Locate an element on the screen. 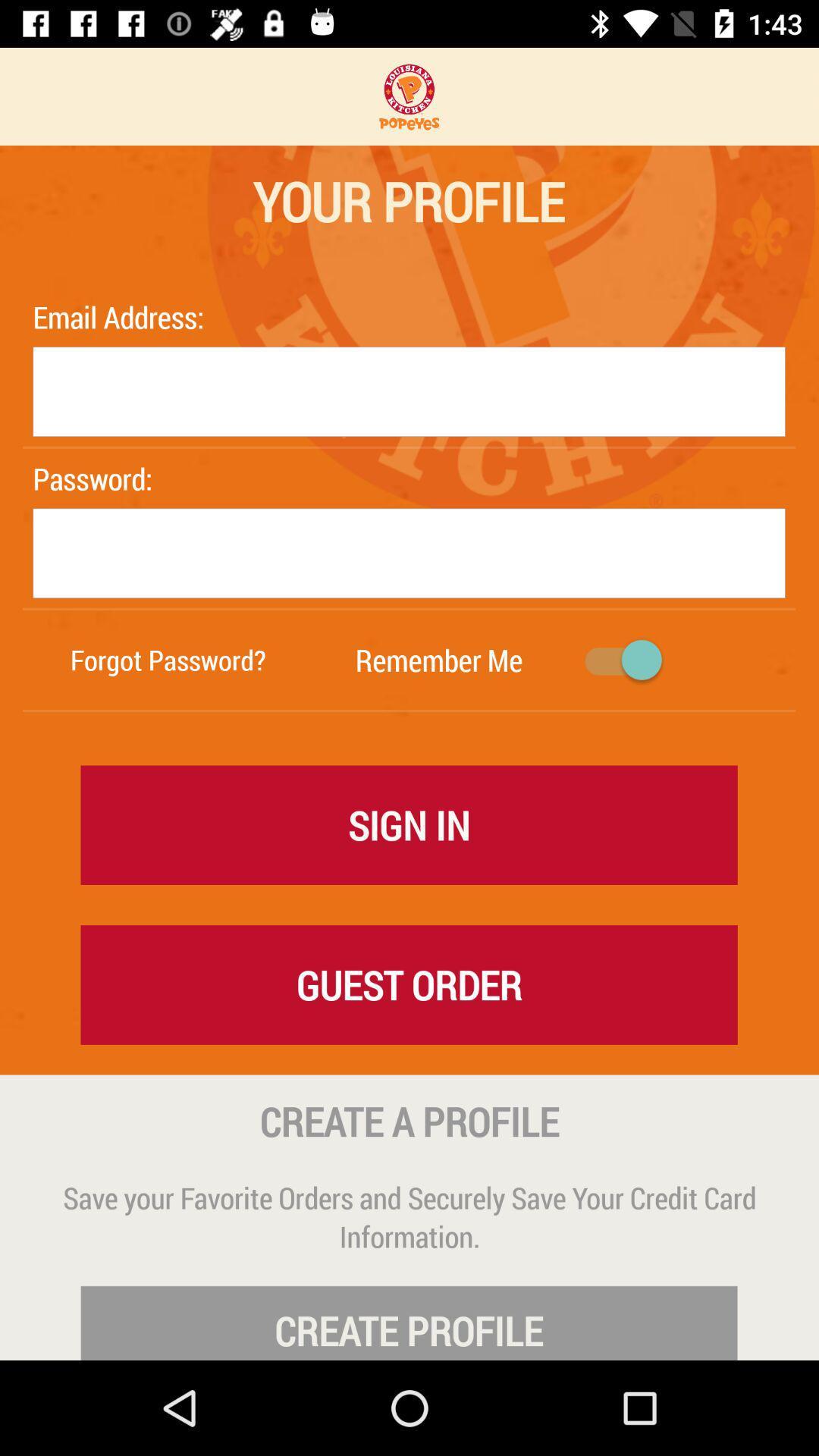 The height and width of the screenshot is (1456, 819). the item below create a profile icon is located at coordinates (409, 1216).